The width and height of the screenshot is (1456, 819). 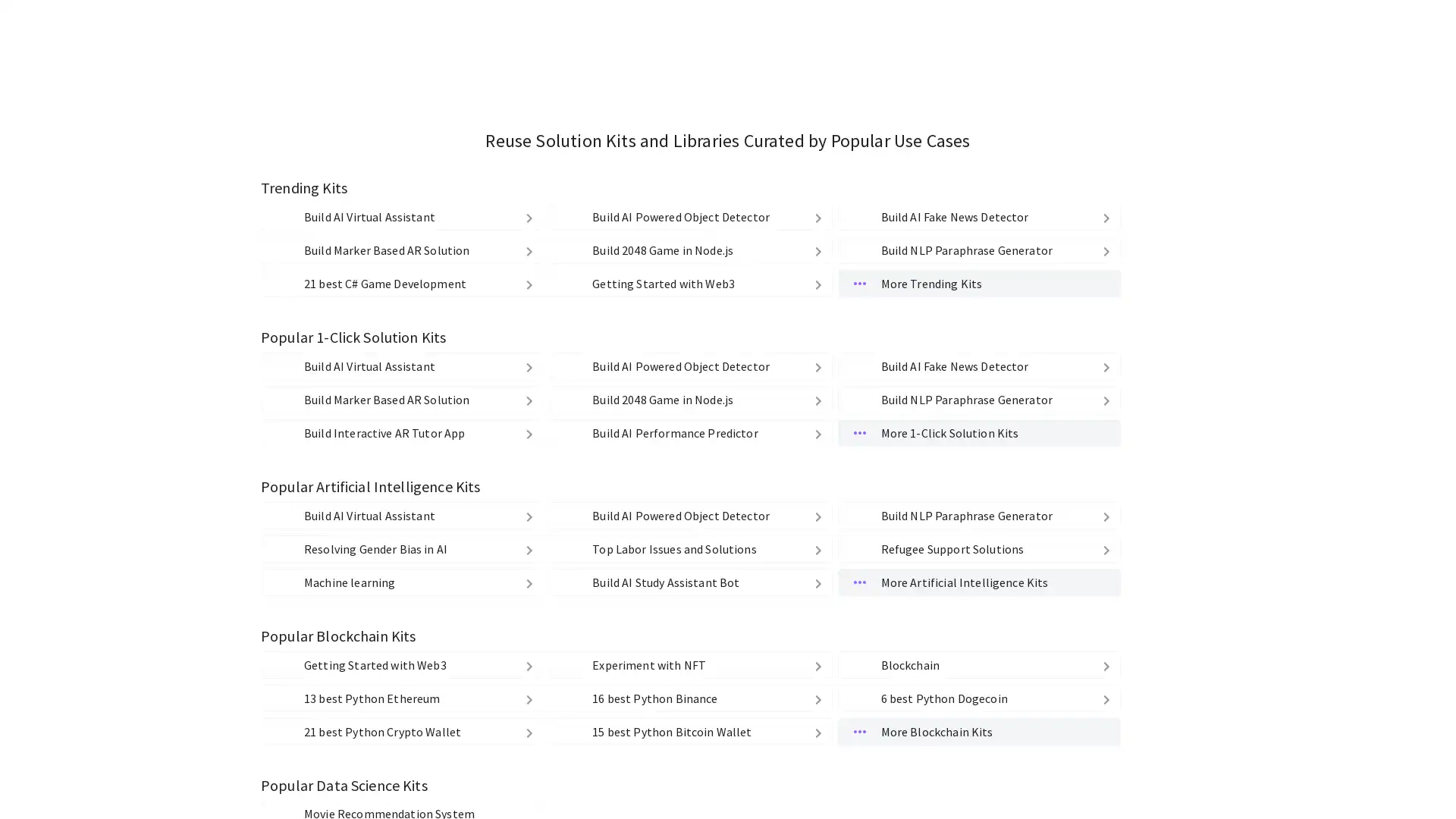 I want to click on delete, so click(x=817, y=781).